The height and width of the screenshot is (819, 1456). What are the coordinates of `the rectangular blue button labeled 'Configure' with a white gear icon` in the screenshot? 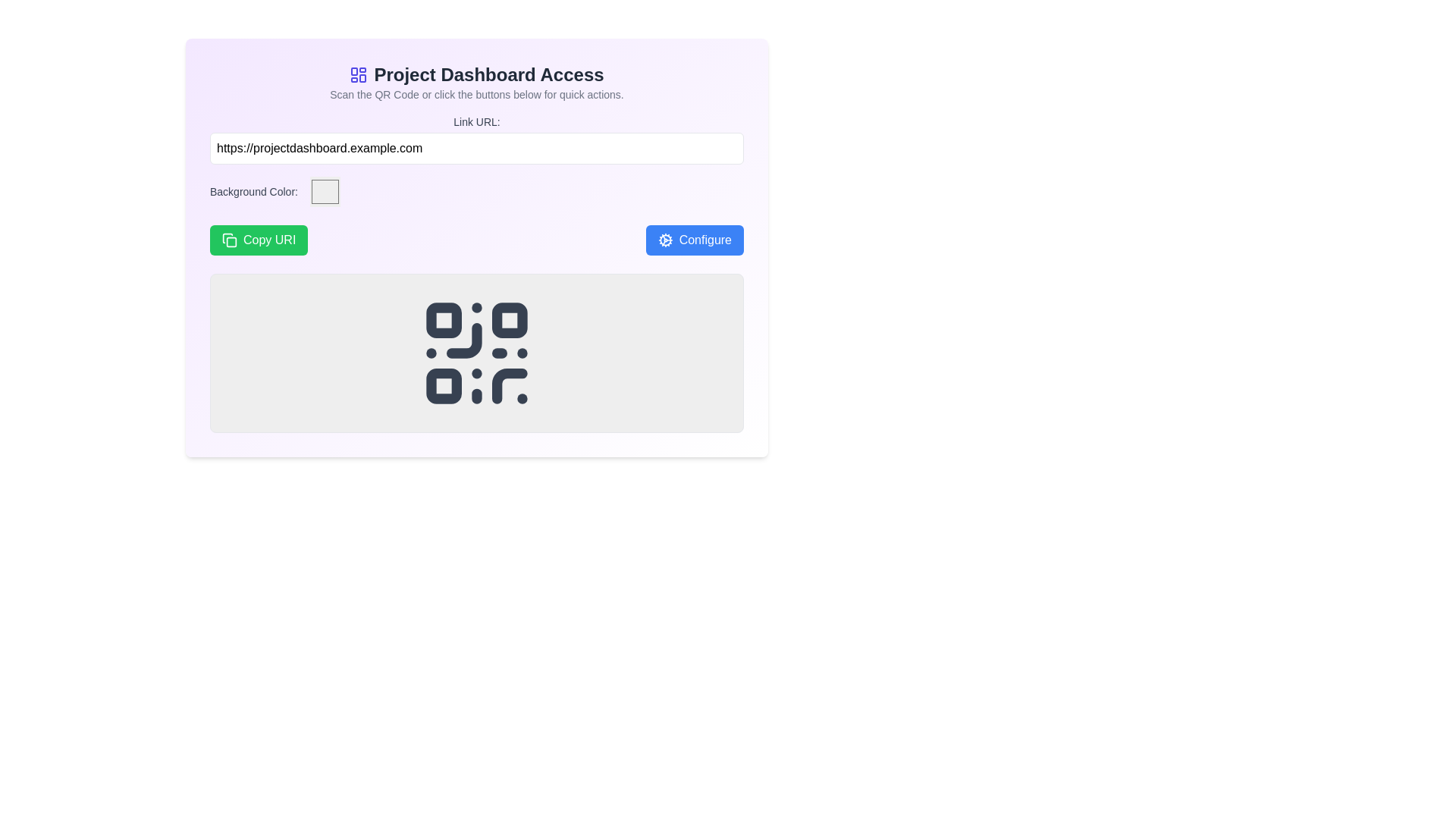 It's located at (694, 239).